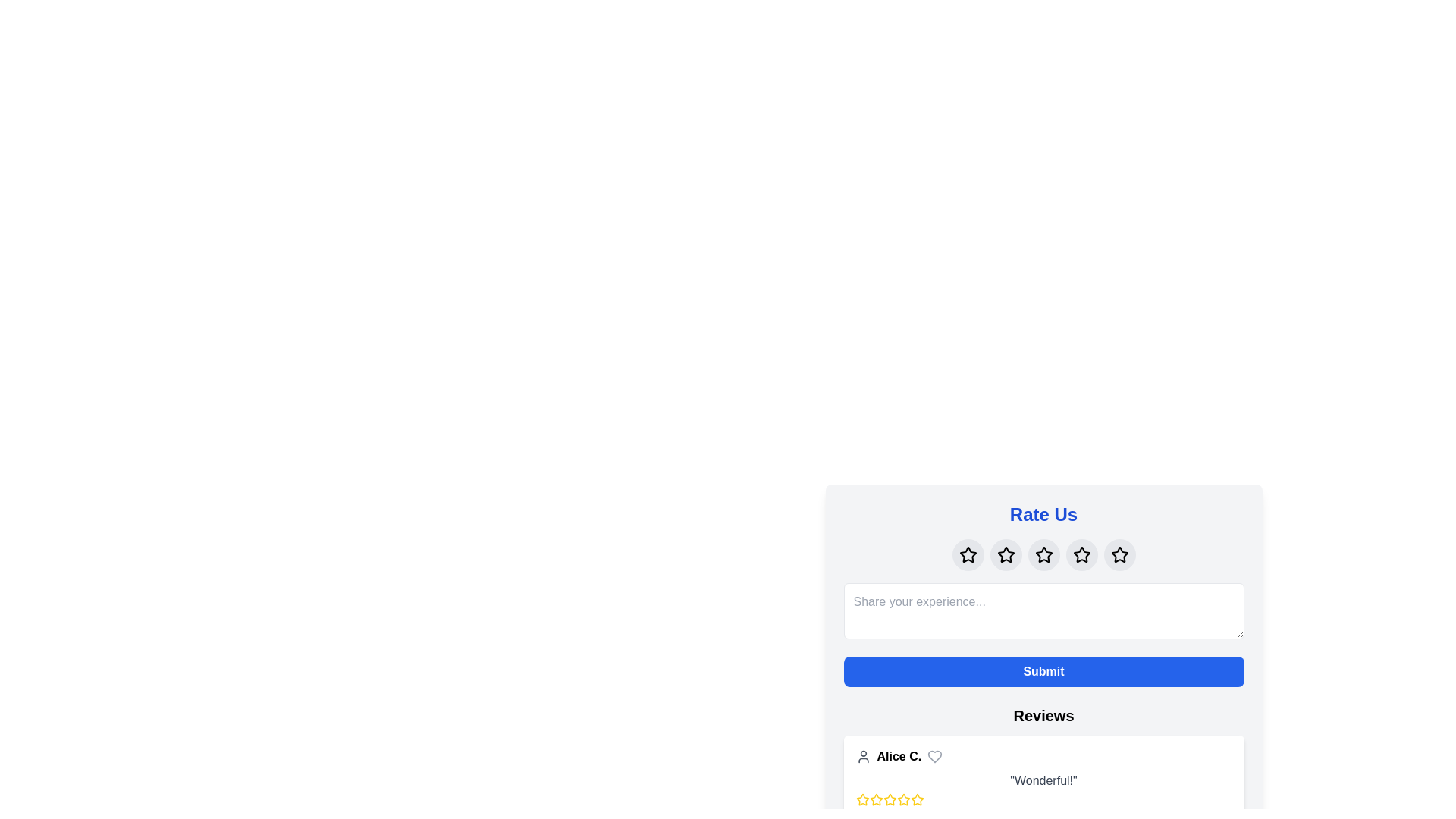 The width and height of the screenshot is (1456, 819). I want to click on the third star in the Interactive Star Rating Component, so click(1043, 555).